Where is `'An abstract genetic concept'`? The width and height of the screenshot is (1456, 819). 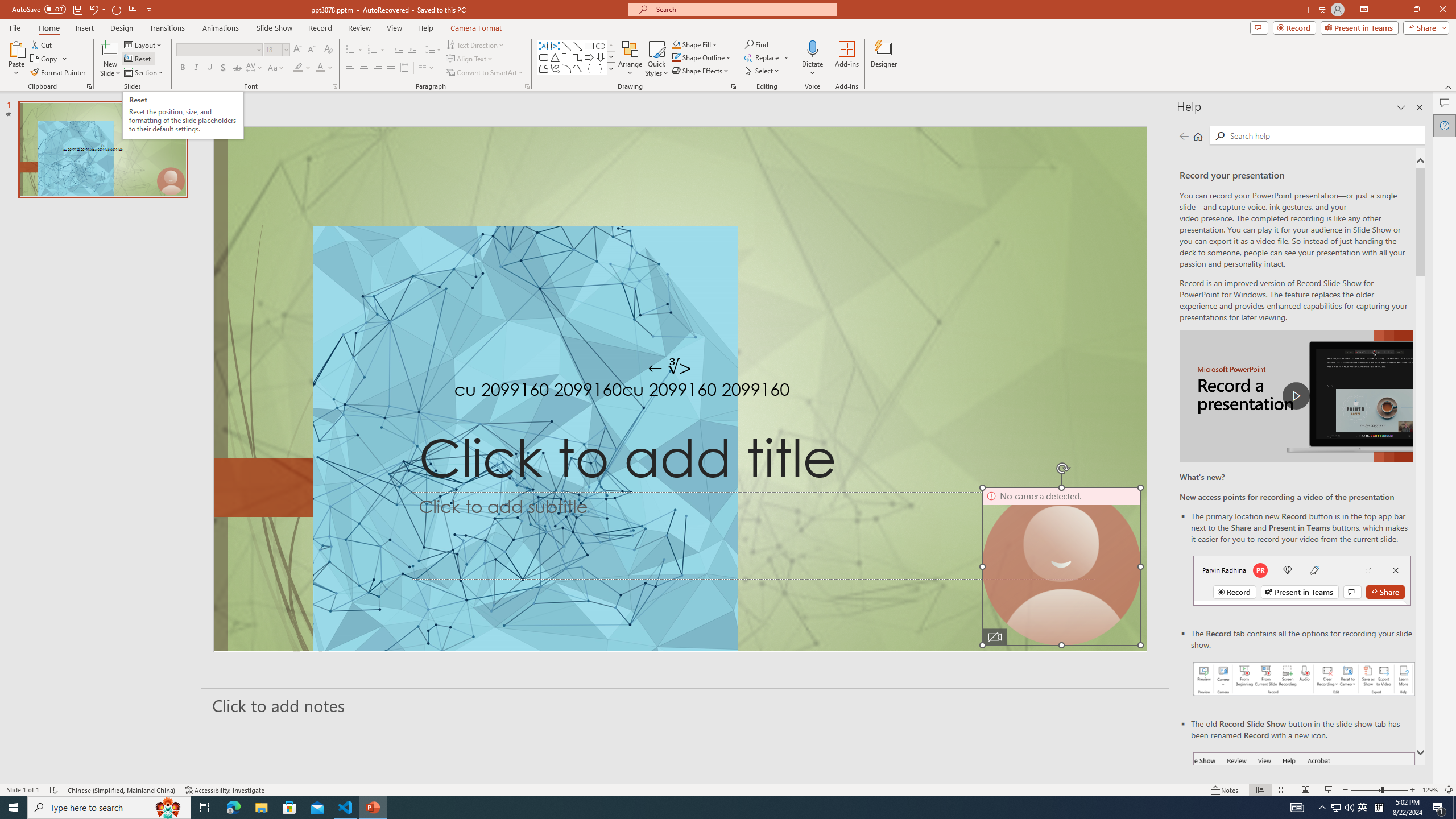
'An abstract genetic concept' is located at coordinates (680, 388).